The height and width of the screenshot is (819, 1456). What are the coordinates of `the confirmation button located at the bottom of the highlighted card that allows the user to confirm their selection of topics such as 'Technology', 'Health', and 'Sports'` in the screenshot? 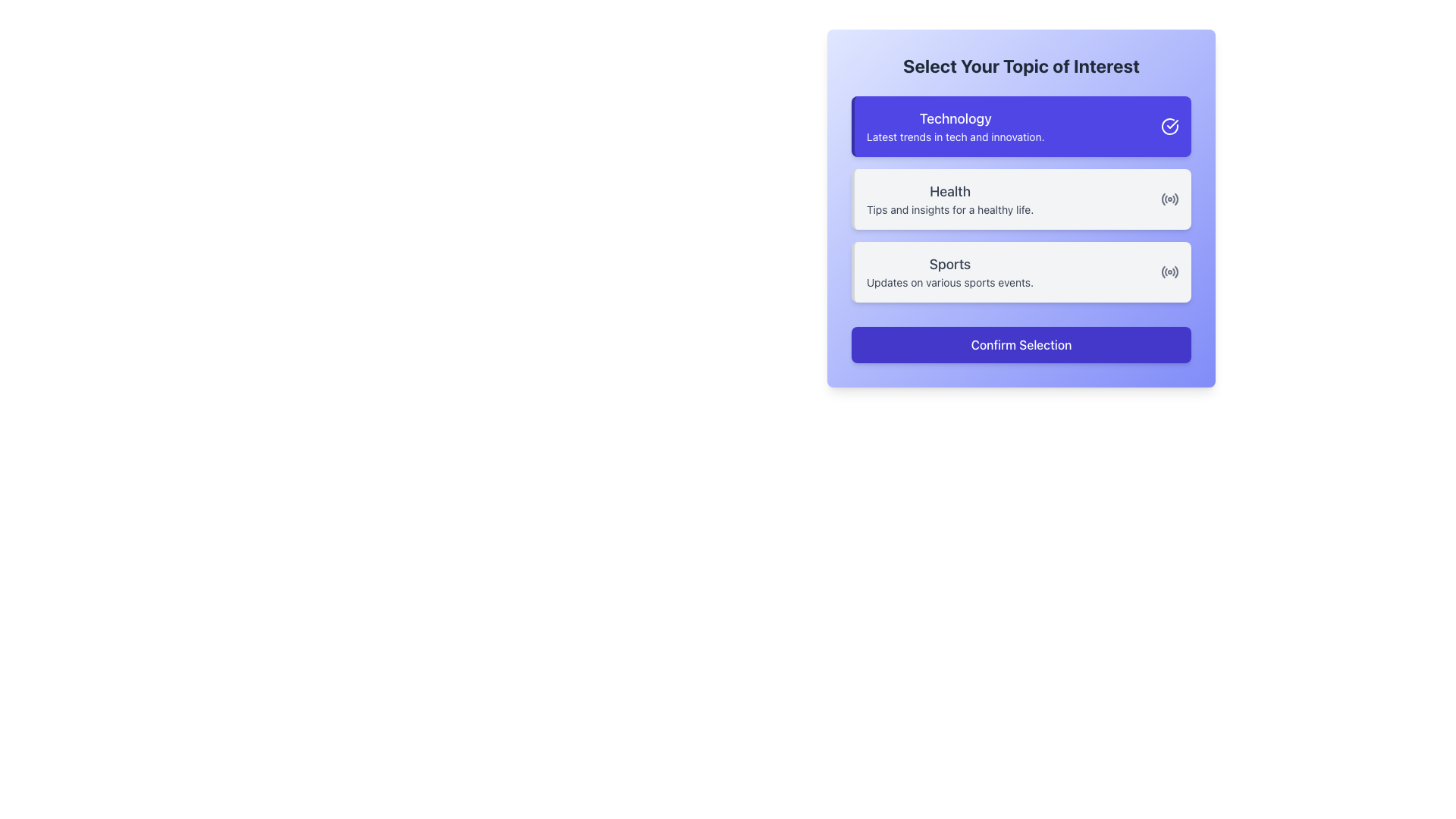 It's located at (1021, 345).